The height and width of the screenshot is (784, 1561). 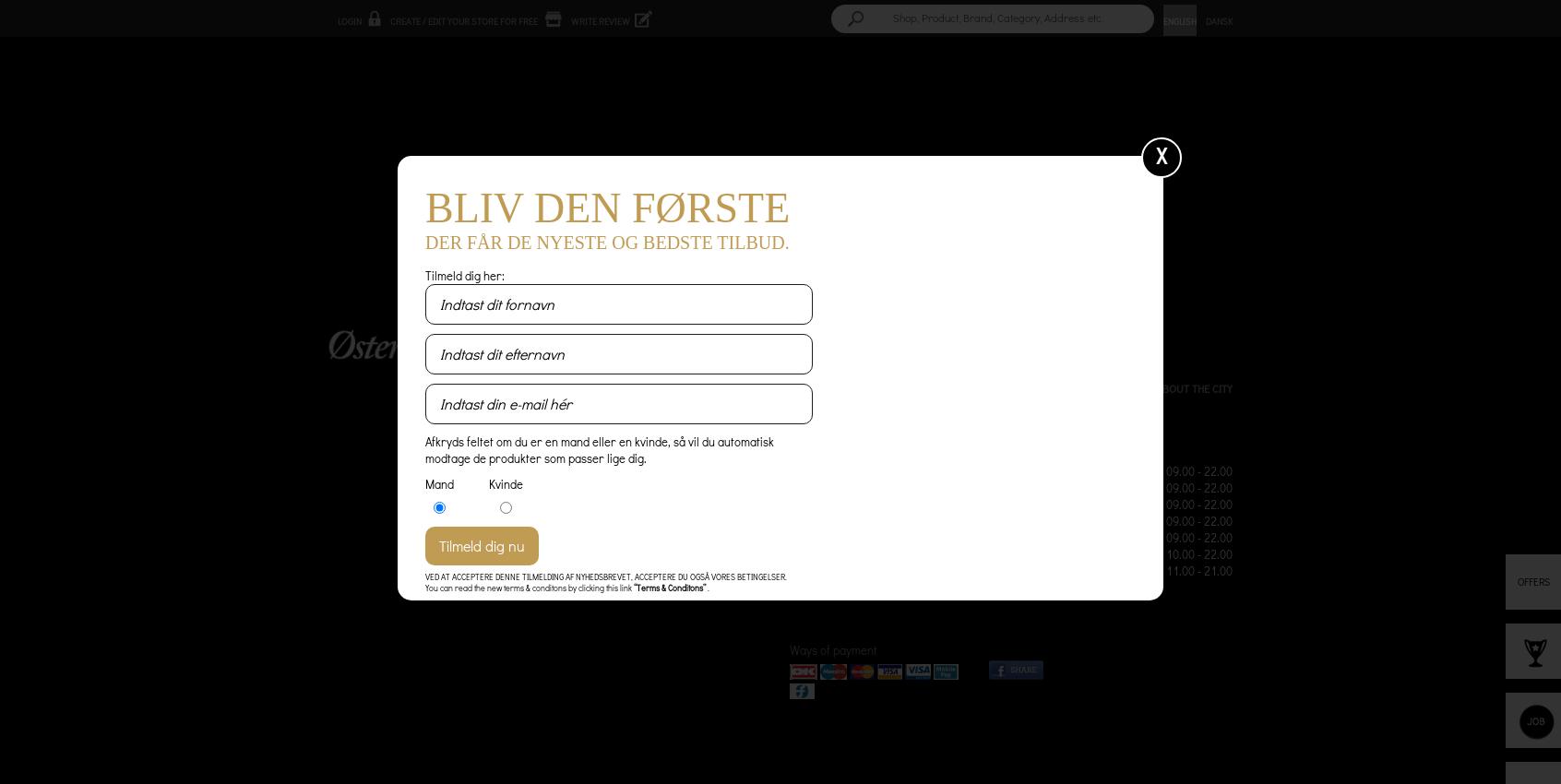 What do you see at coordinates (557, 171) in the screenshot?
I see `'The payment has been canceled.'` at bounding box center [557, 171].